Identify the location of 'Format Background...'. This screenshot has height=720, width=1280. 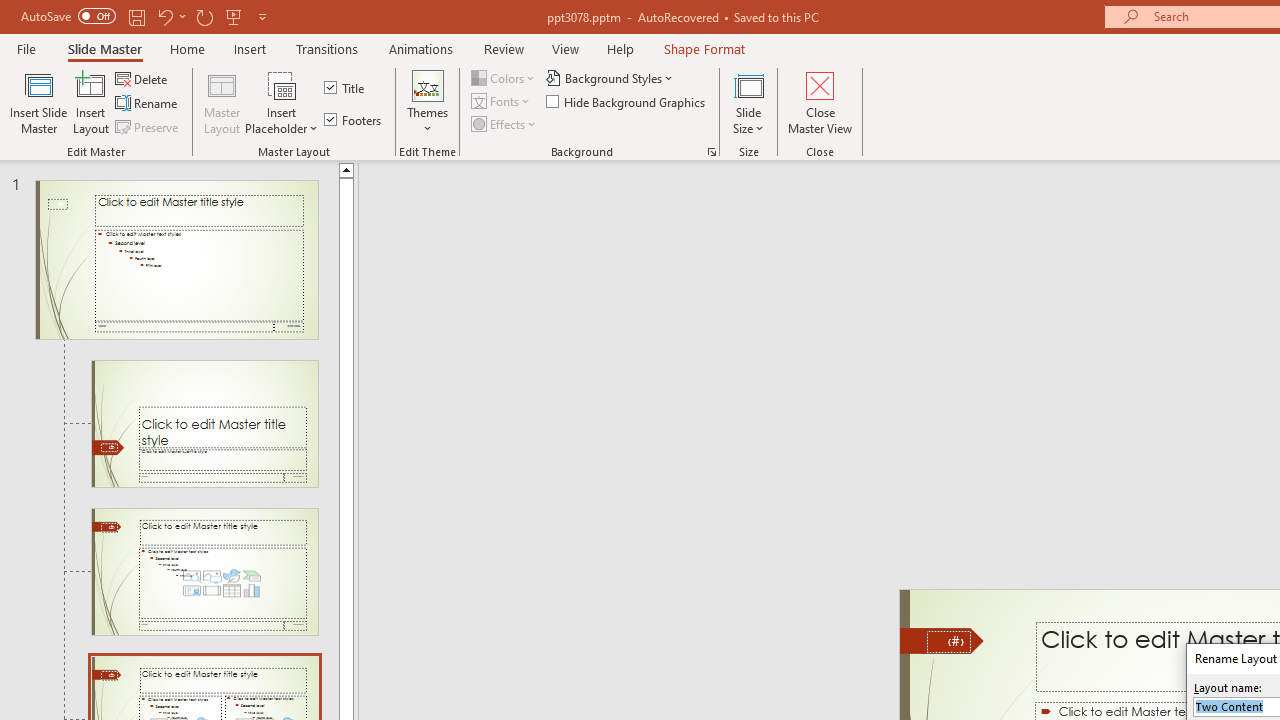
(711, 150).